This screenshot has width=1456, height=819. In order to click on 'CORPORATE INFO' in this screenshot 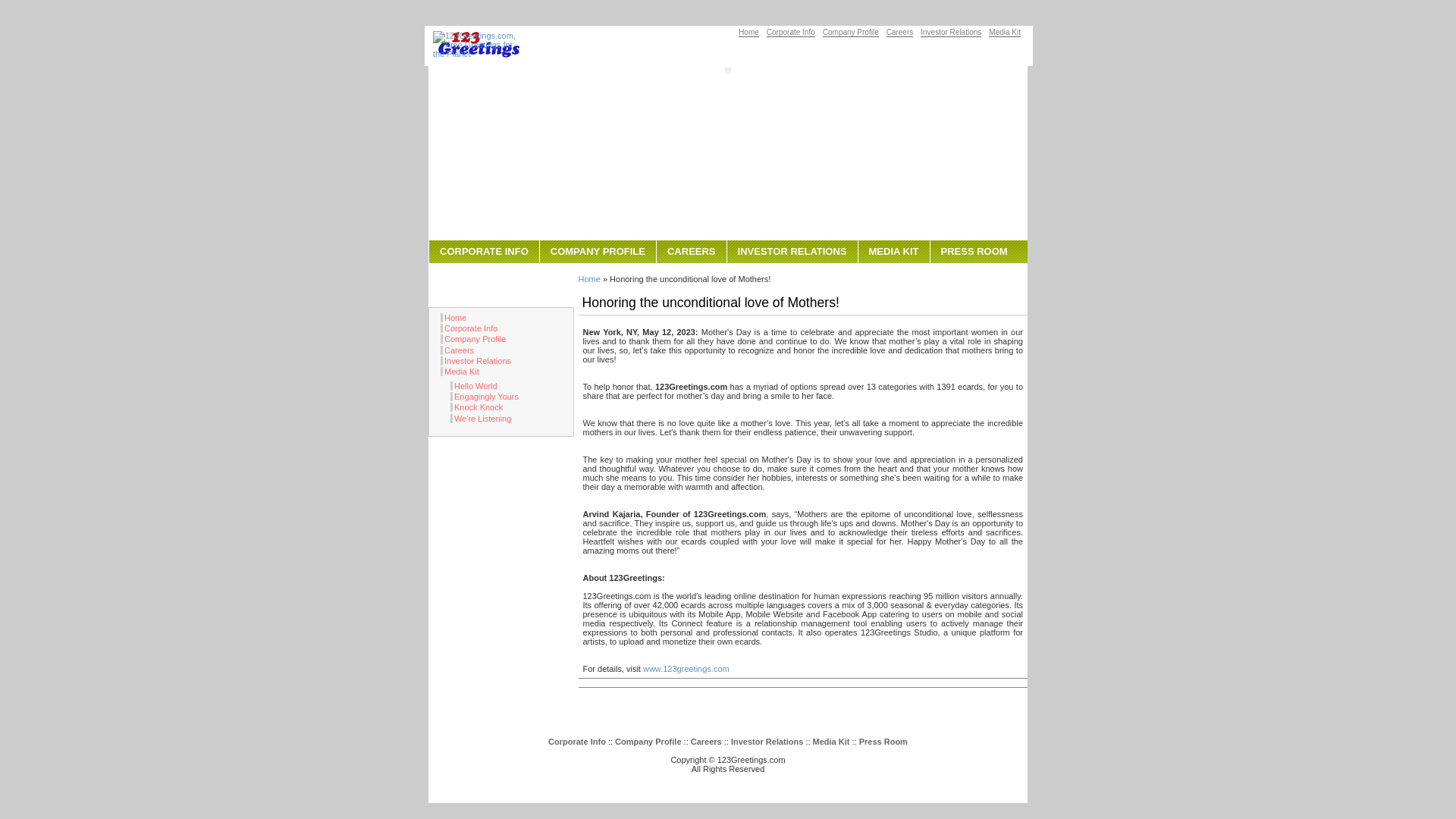, I will do `click(483, 250)`.